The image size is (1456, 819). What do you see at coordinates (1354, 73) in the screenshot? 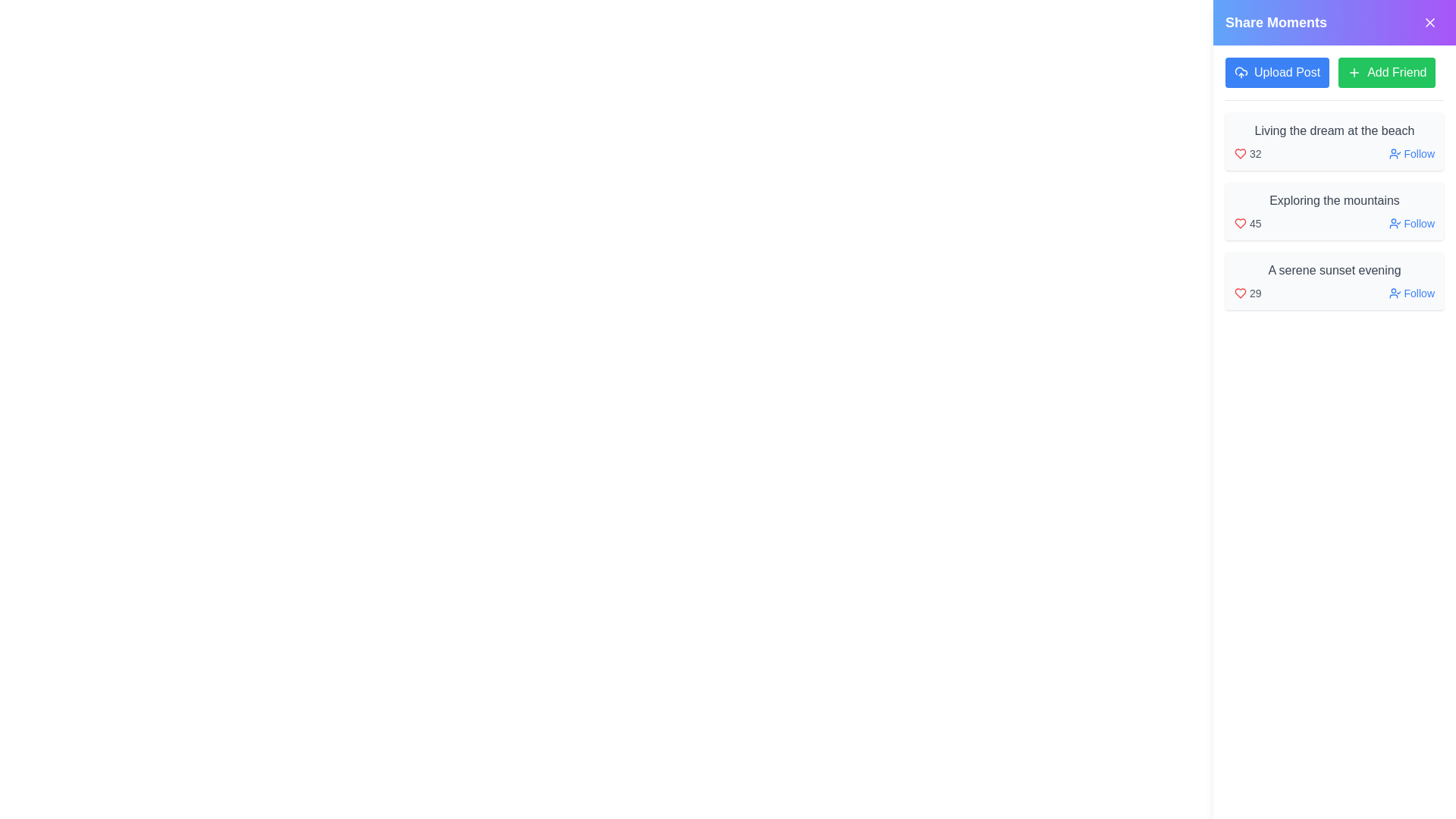
I see `the small plus sign icon centered within the green 'Add Friend' button located in the top-right corner of the UI` at bounding box center [1354, 73].